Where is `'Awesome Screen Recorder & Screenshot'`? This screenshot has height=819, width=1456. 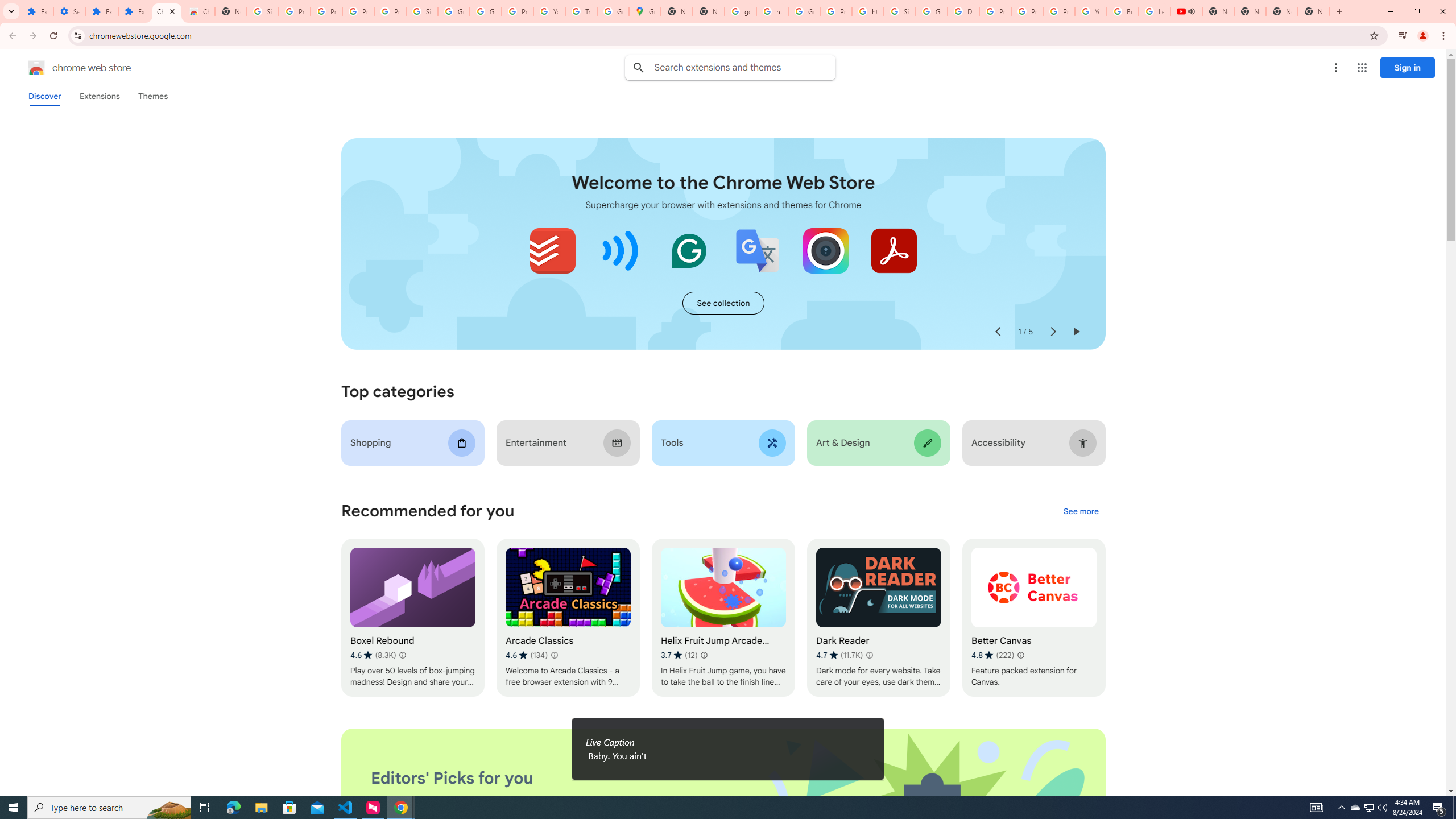
'Awesome Screen Recorder & Screenshot' is located at coordinates (825, 250).